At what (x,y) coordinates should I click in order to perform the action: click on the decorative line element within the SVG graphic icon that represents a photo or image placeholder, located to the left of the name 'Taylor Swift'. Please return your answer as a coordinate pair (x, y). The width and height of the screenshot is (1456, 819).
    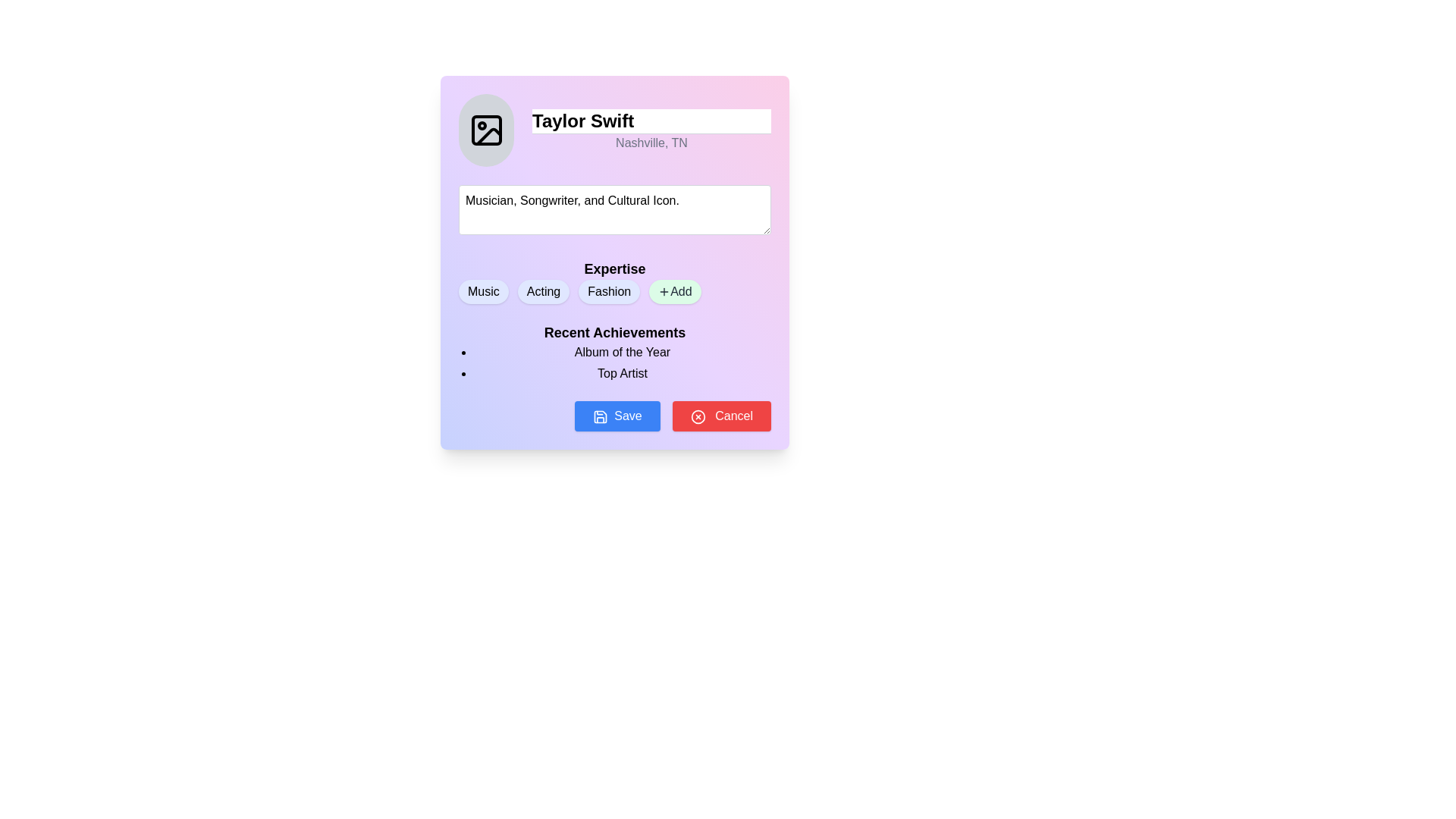
    Looking at the image, I should click on (488, 136).